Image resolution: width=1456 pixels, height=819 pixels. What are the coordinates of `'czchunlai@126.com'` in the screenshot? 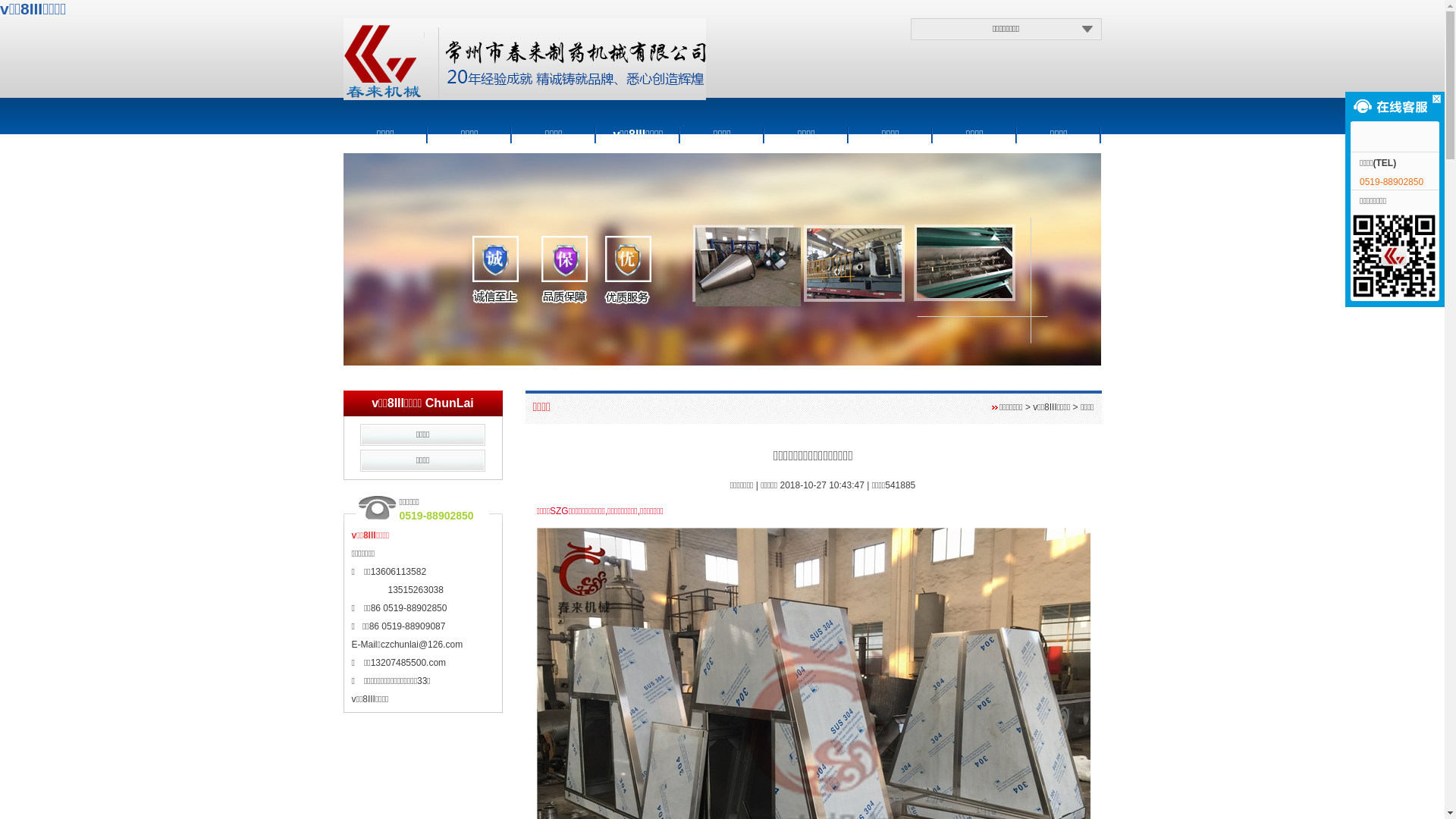 It's located at (422, 644).